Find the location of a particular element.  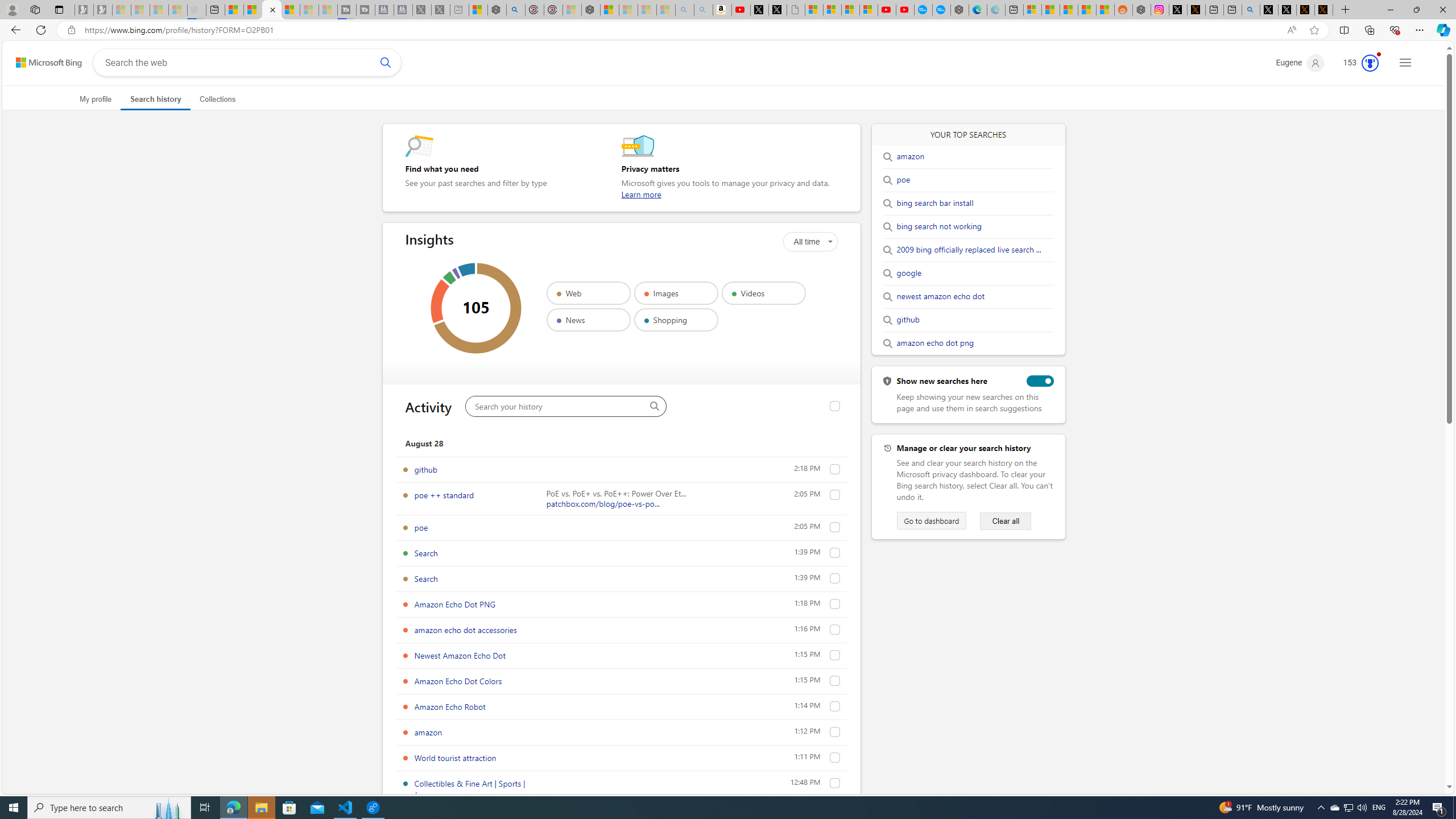

'poe ++ standard' is located at coordinates (443, 494).